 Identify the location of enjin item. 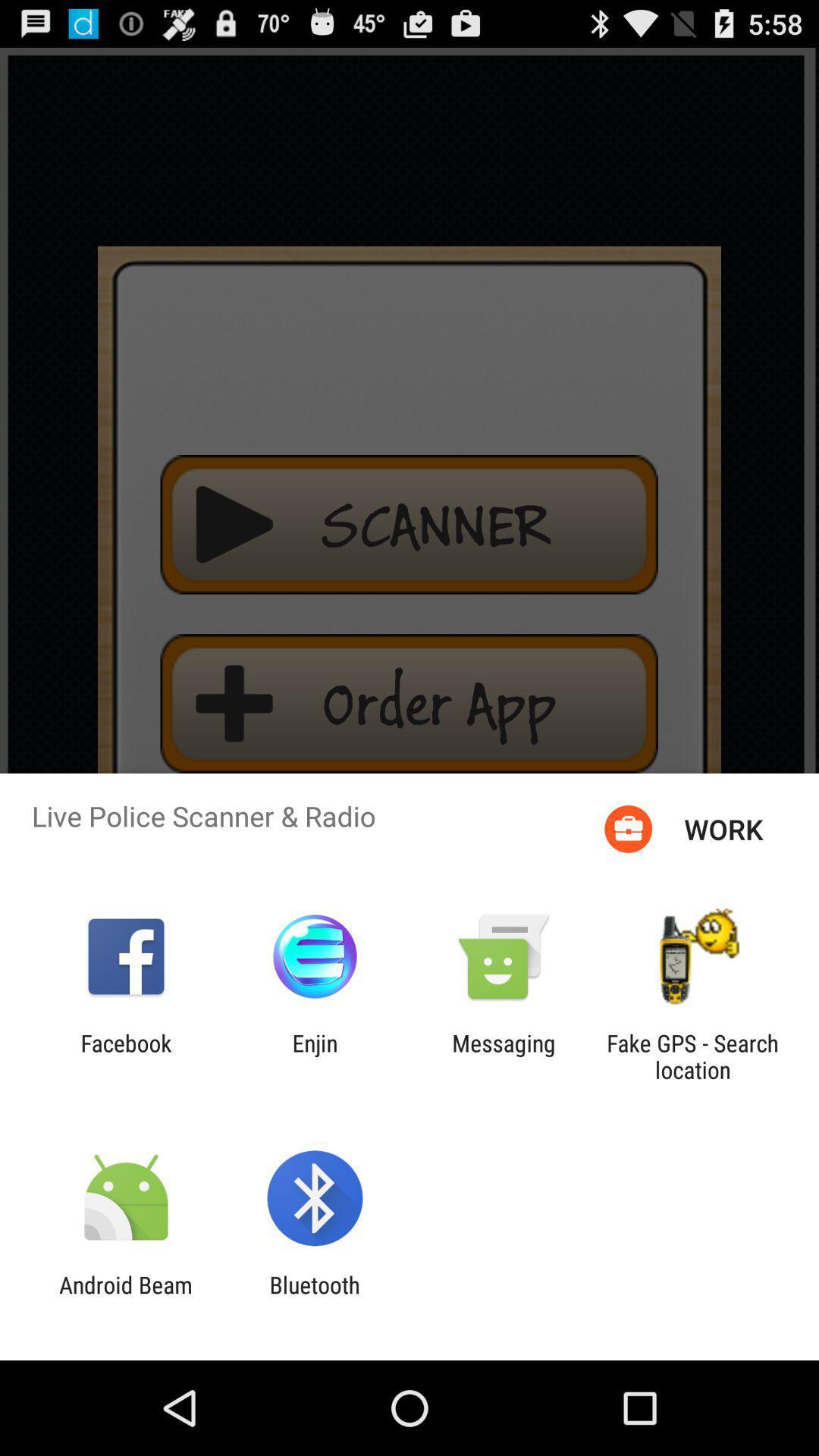
(314, 1056).